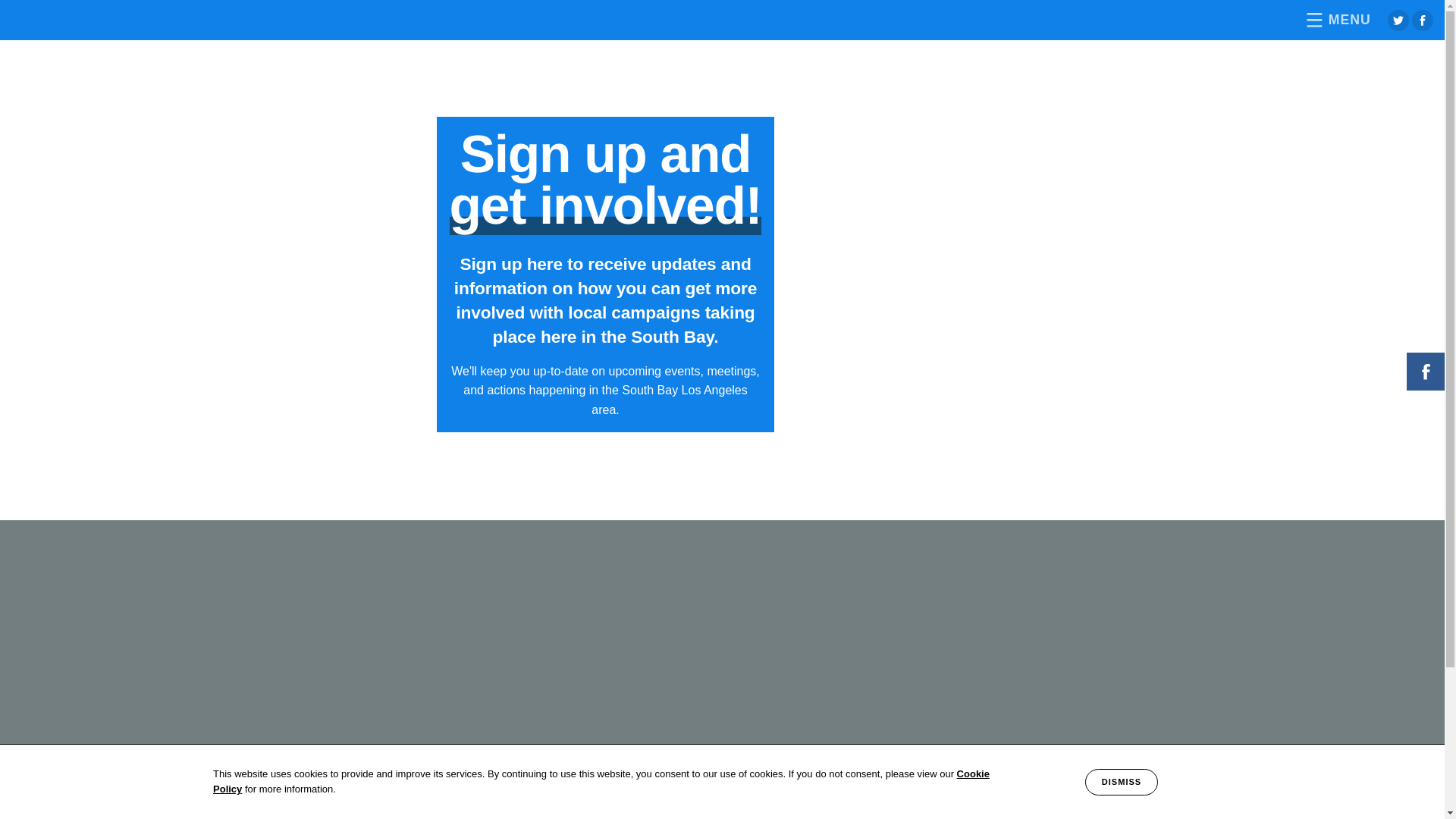 This screenshot has width=1456, height=819. Describe the element at coordinates (1335, 20) in the screenshot. I see `'MENU'` at that location.